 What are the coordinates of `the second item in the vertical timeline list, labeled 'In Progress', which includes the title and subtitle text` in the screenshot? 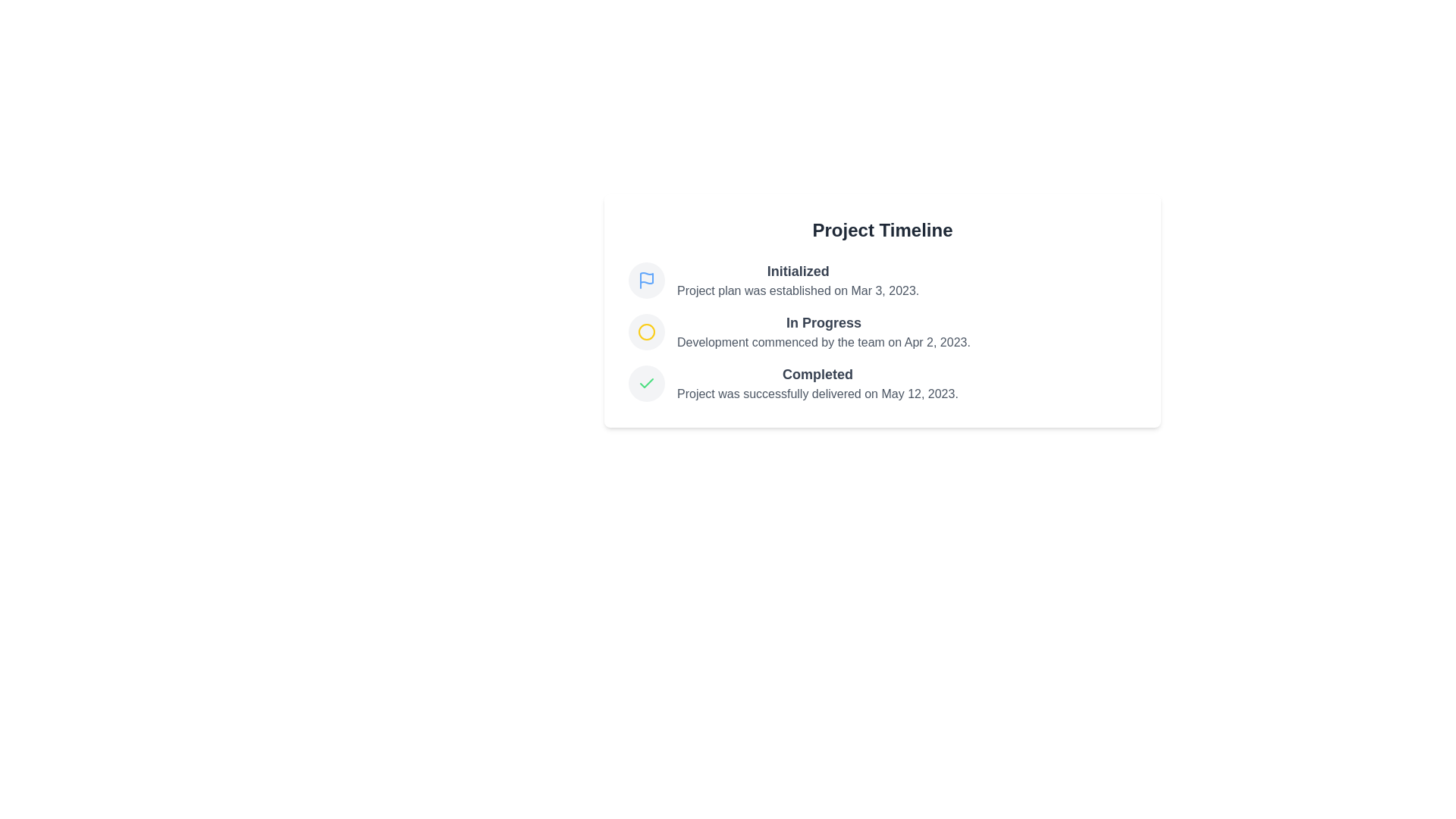 It's located at (882, 331).